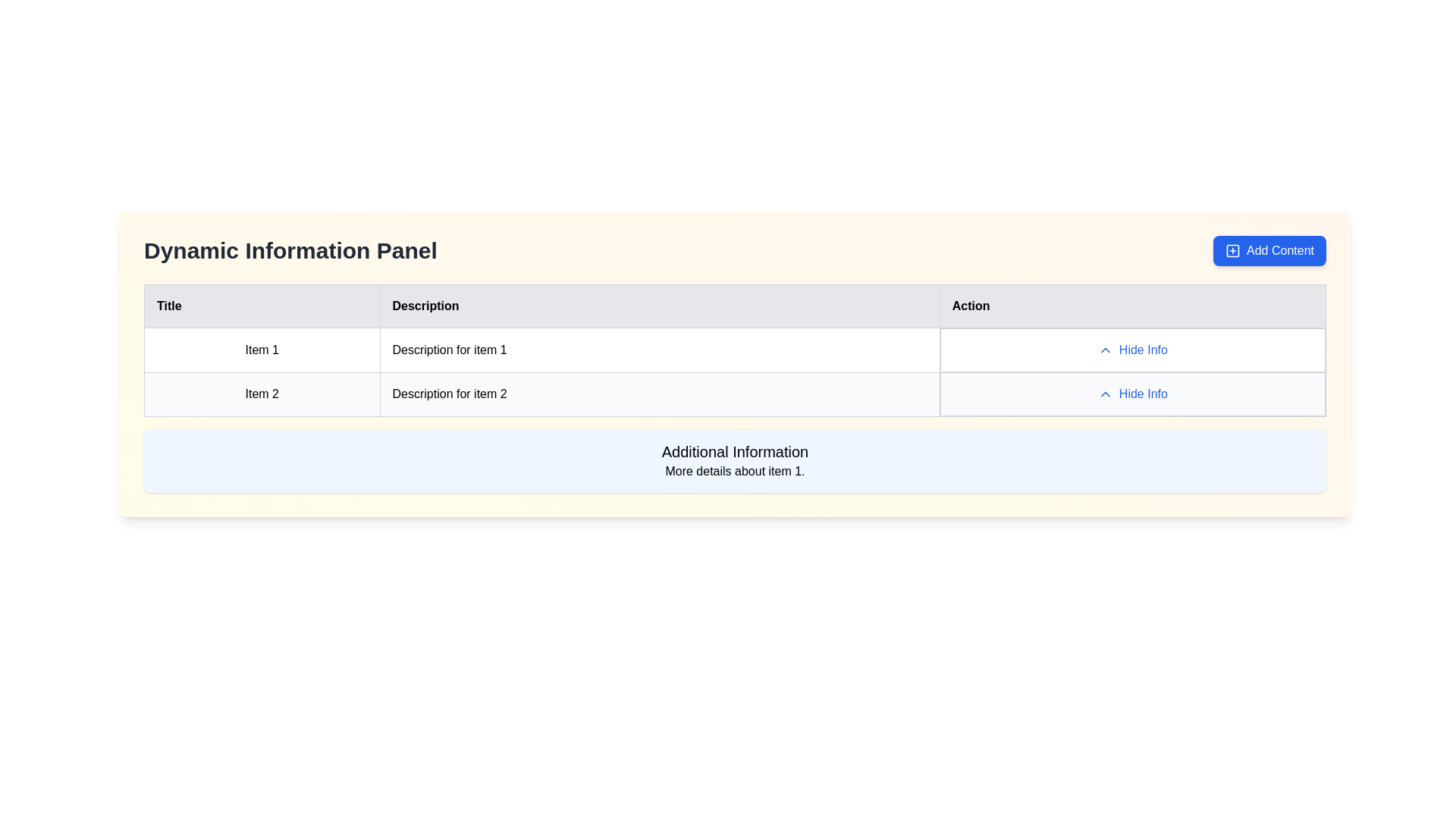  What do you see at coordinates (1132, 394) in the screenshot?
I see `the interactive text link labeled 'Hide Info' with an upward arrow icon in the 'Action' column of the 'Item 2' panel to hide information` at bounding box center [1132, 394].